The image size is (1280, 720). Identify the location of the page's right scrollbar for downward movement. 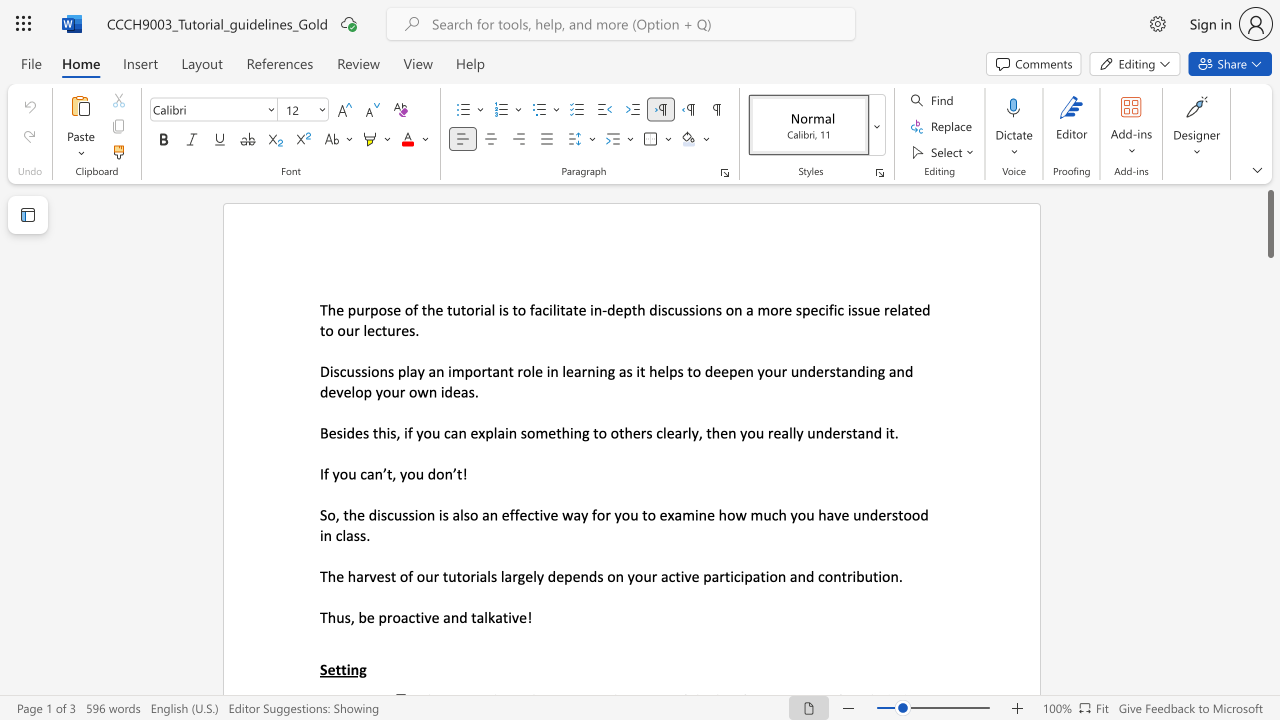
(1269, 650).